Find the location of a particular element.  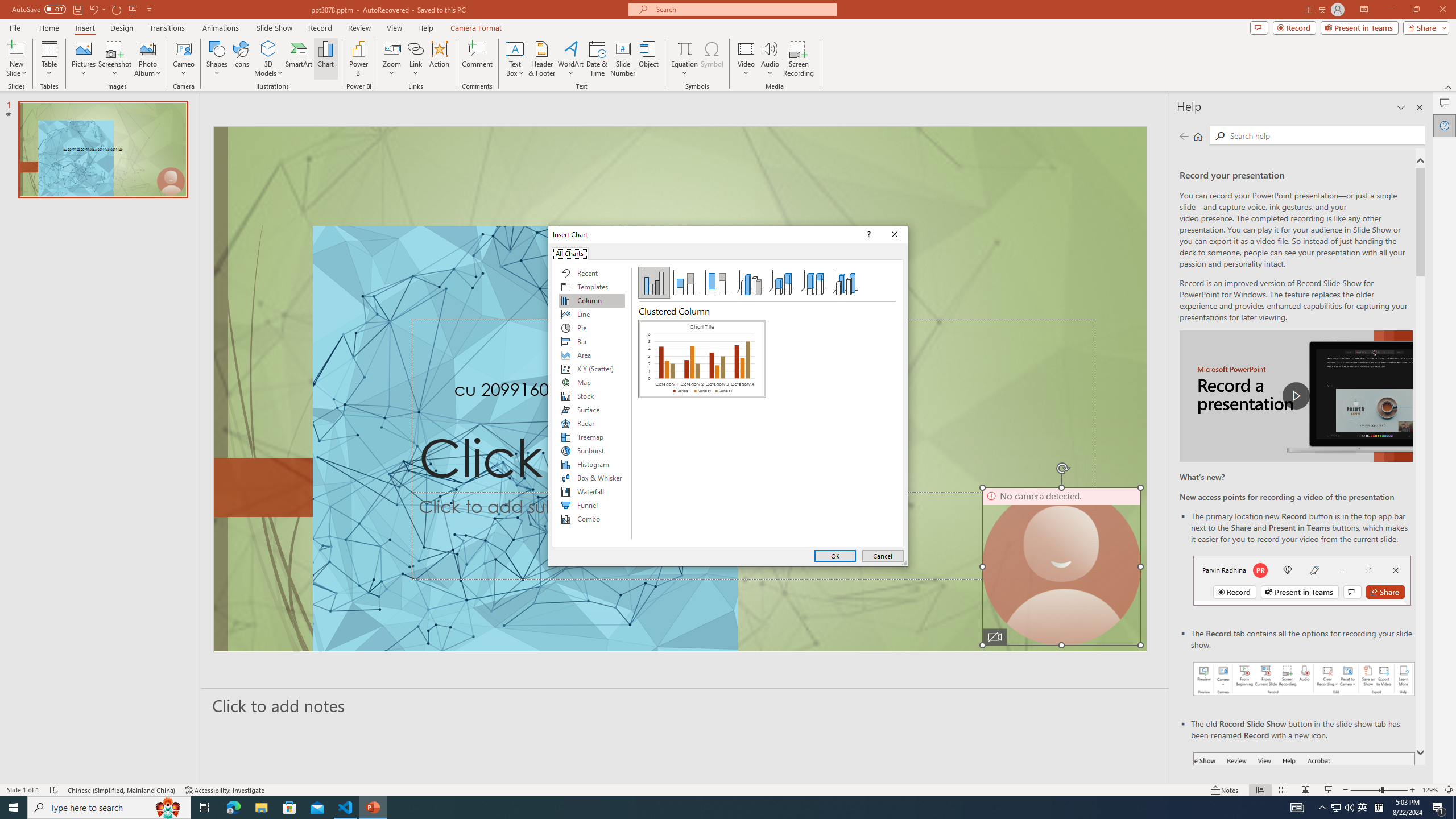

'3-D Stacked Column' is located at coordinates (781, 283).